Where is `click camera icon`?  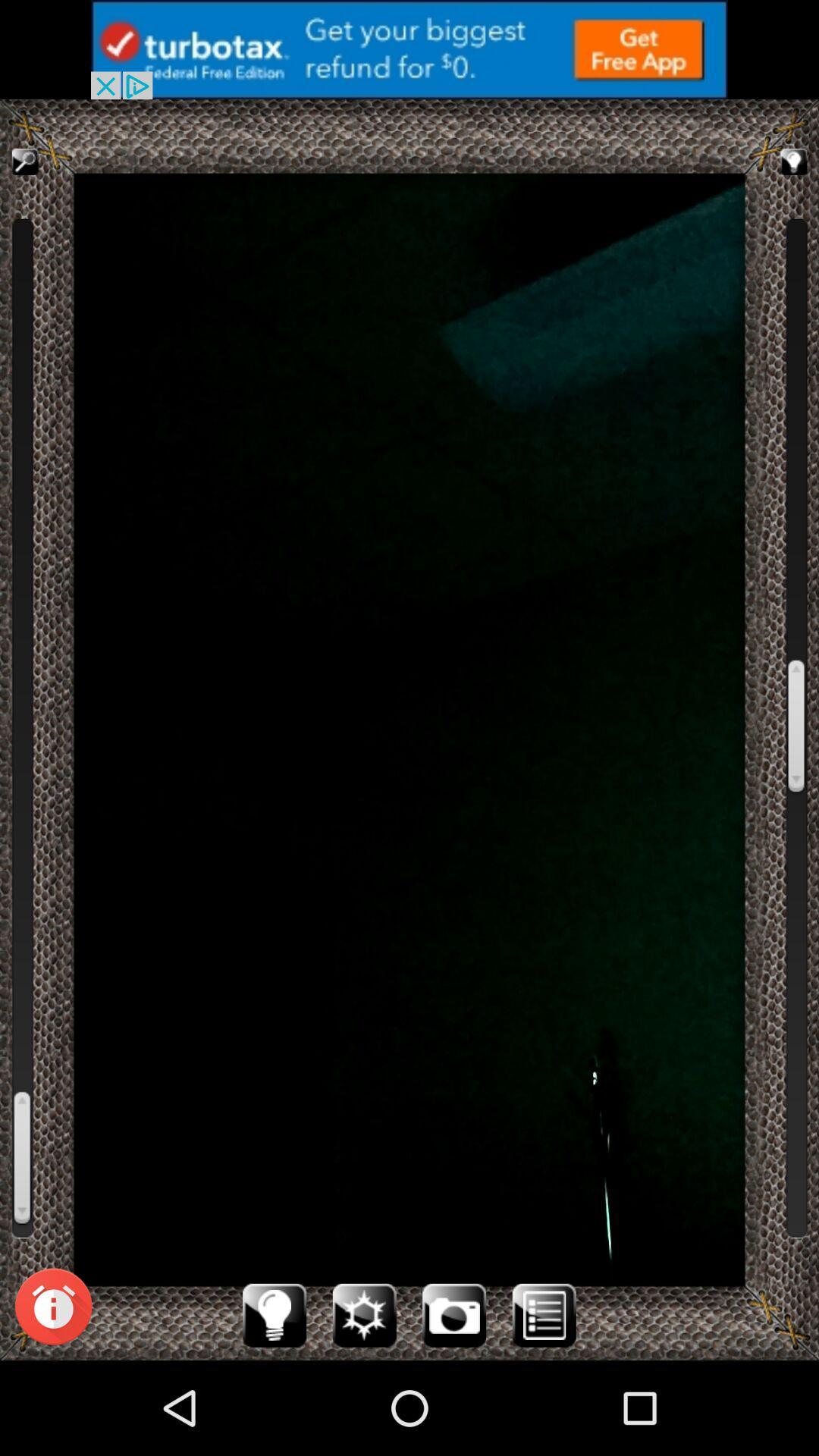
click camera icon is located at coordinates (453, 1314).